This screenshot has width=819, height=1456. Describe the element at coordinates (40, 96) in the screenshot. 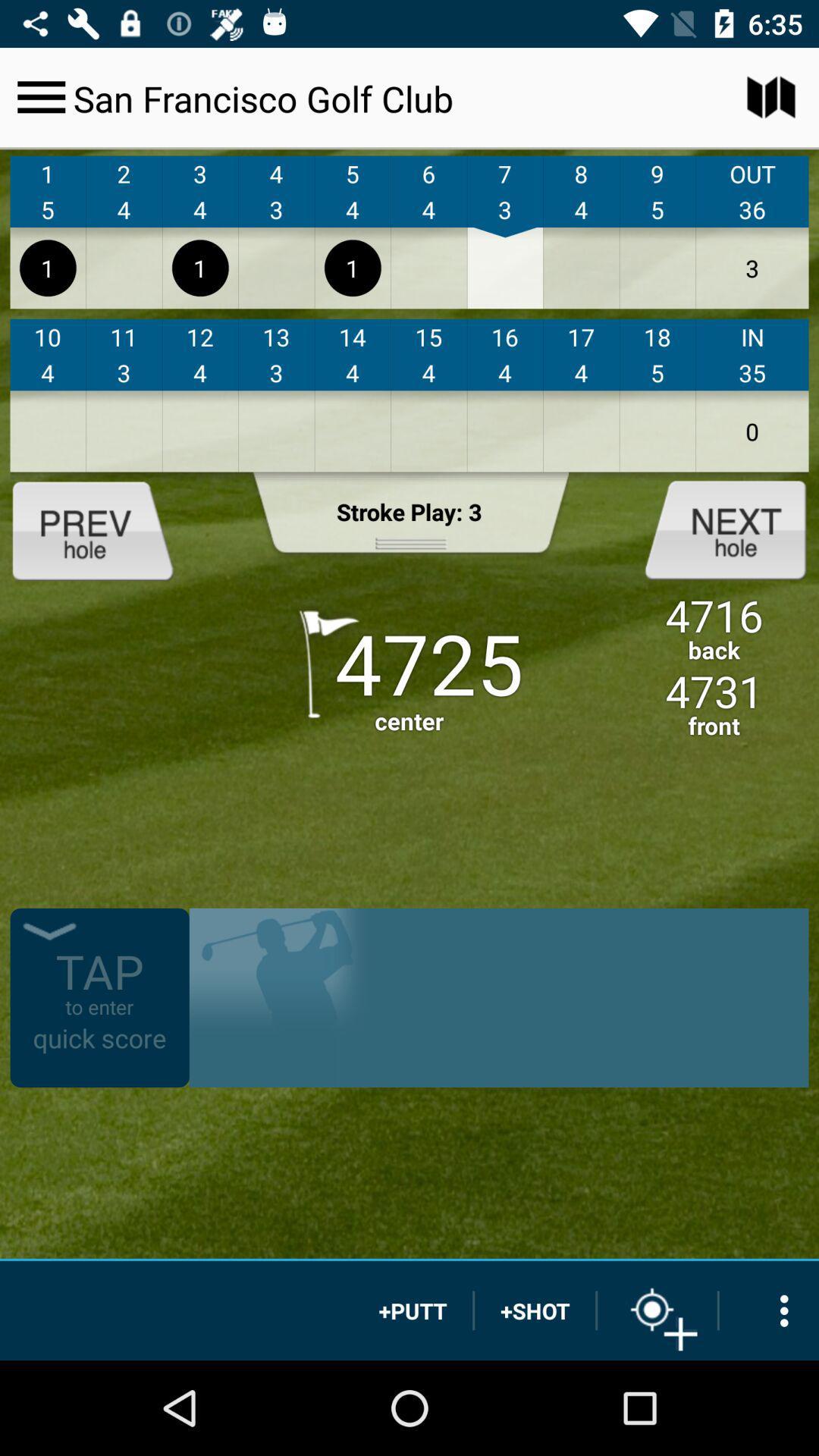

I see `hamburger menu` at that location.